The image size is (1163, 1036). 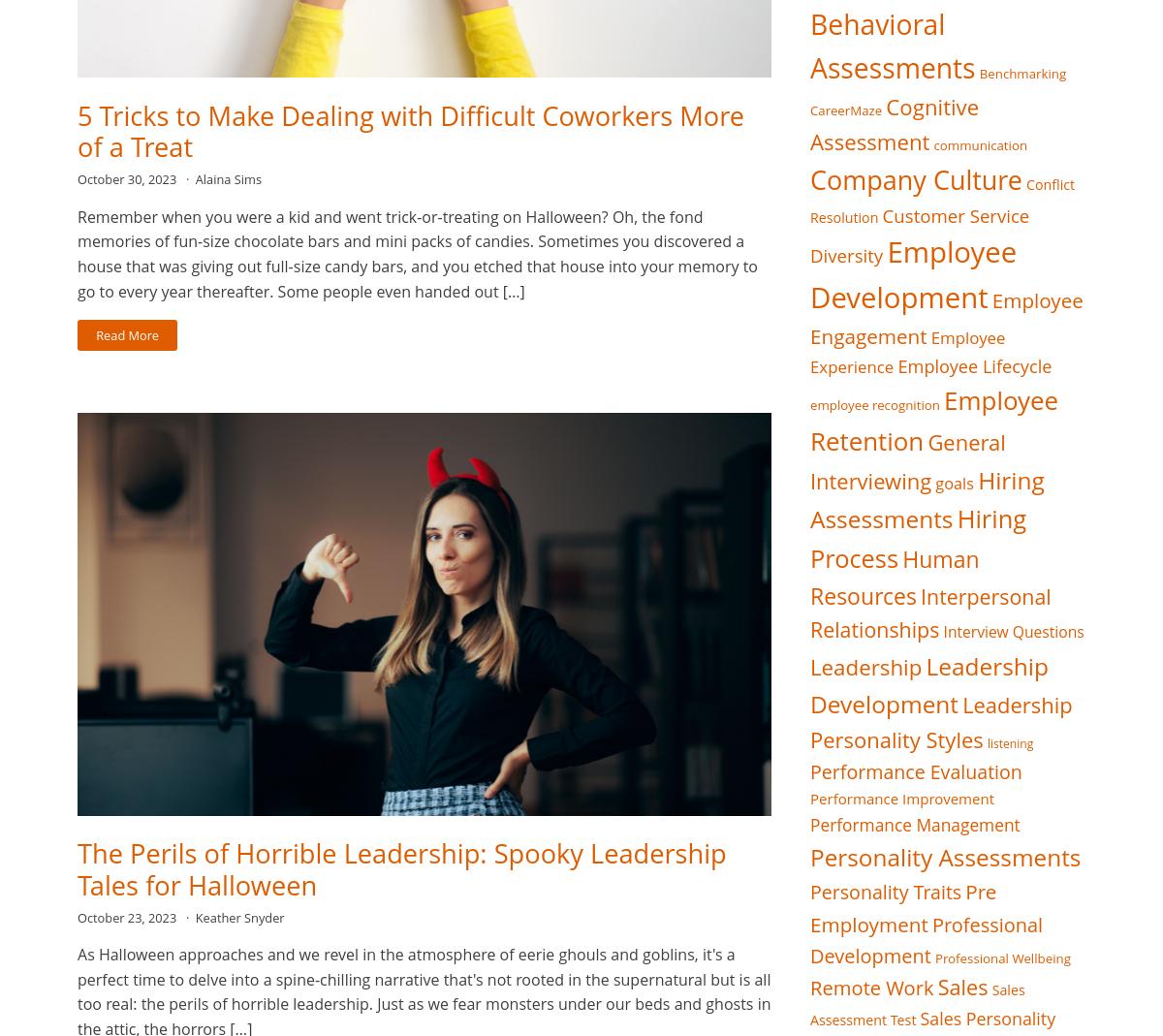 What do you see at coordinates (194, 915) in the screenshot?
I see `'Keather Snyder'` at bounding box center [194, 915].